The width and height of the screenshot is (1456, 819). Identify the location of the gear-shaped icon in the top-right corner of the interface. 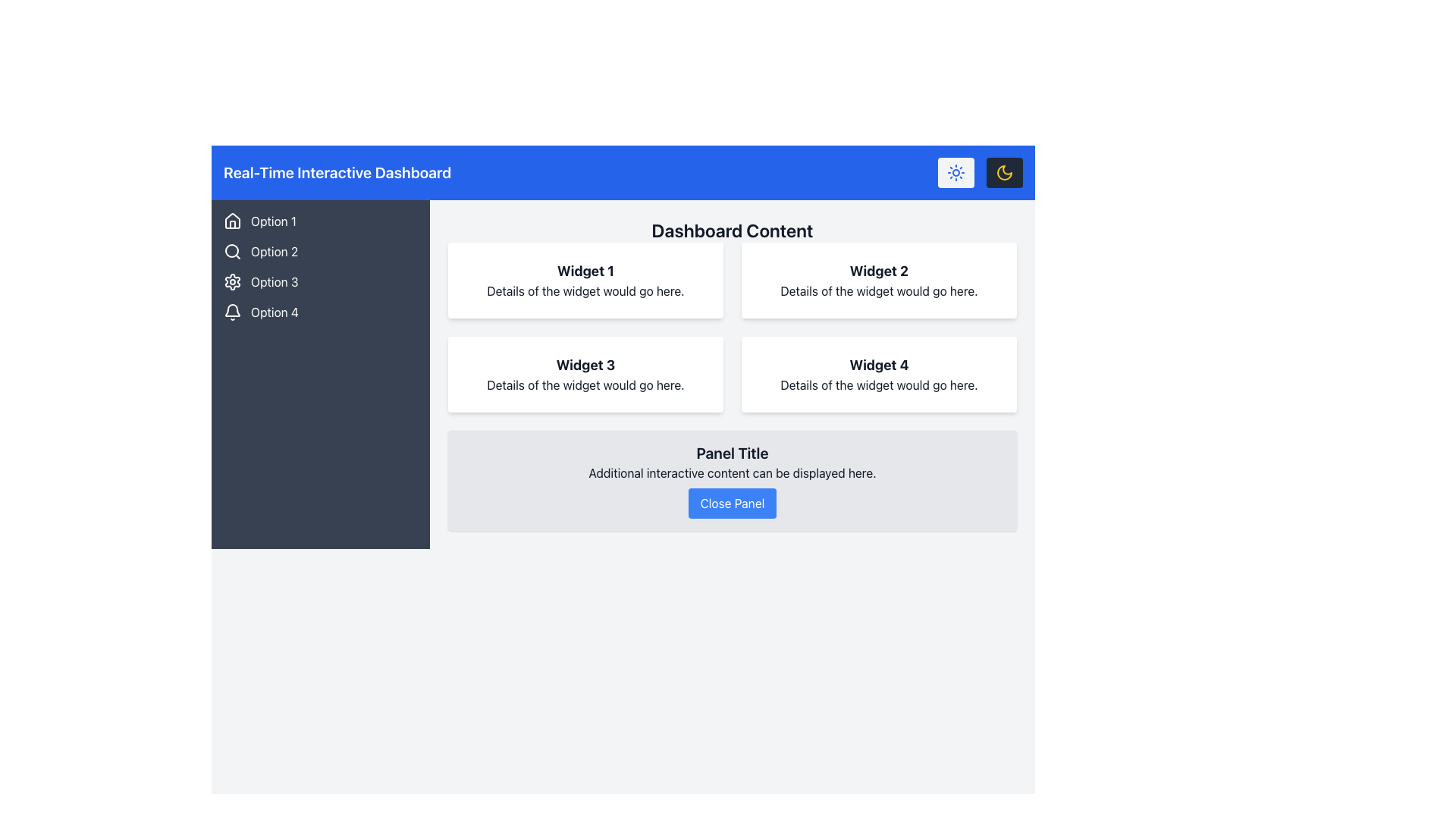
(232, 281).